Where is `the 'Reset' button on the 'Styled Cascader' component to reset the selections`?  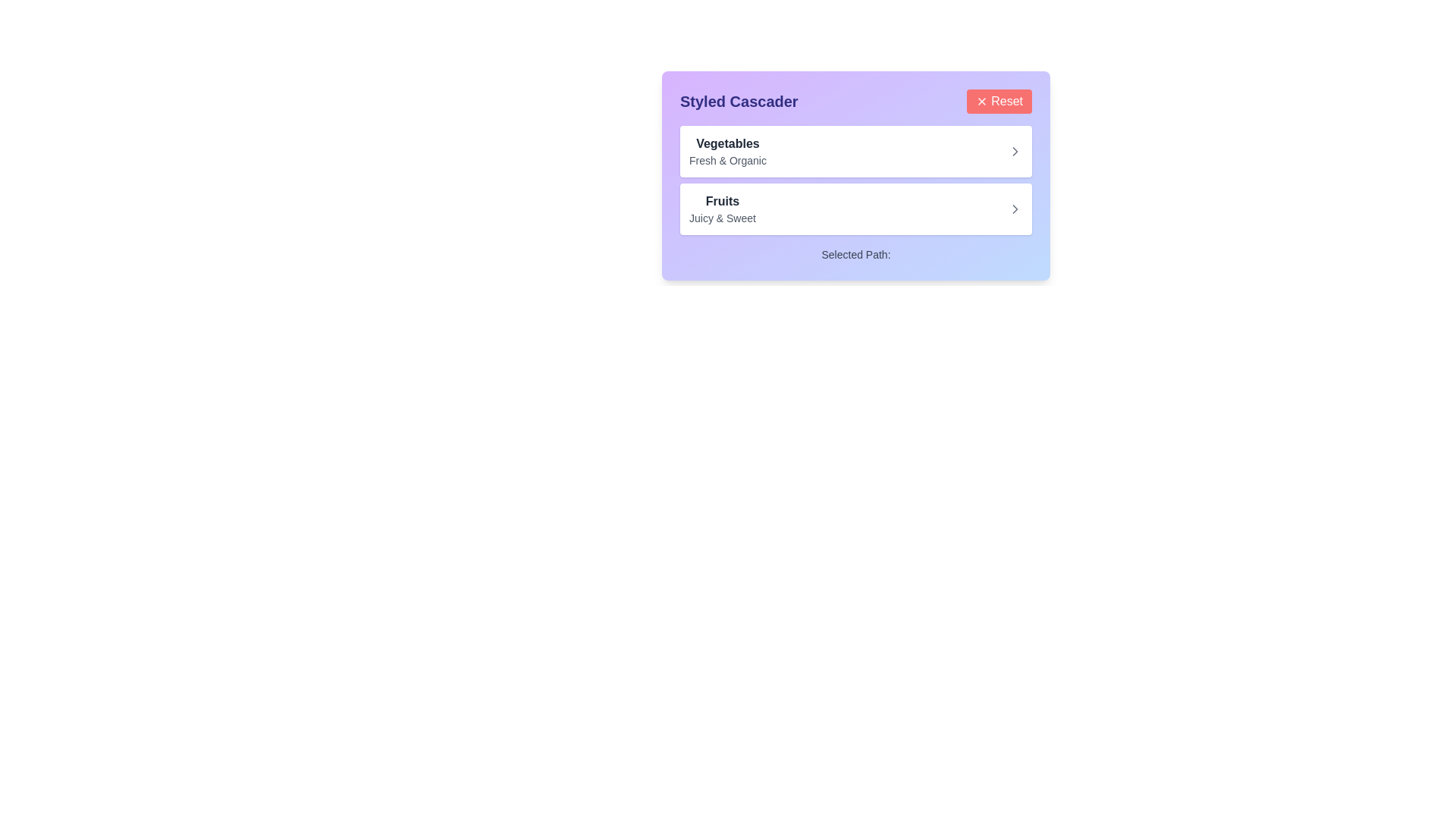
the 'Reset' button on the 'Styled Cascader' component to reset the selections is located at coordinates (855, 102).